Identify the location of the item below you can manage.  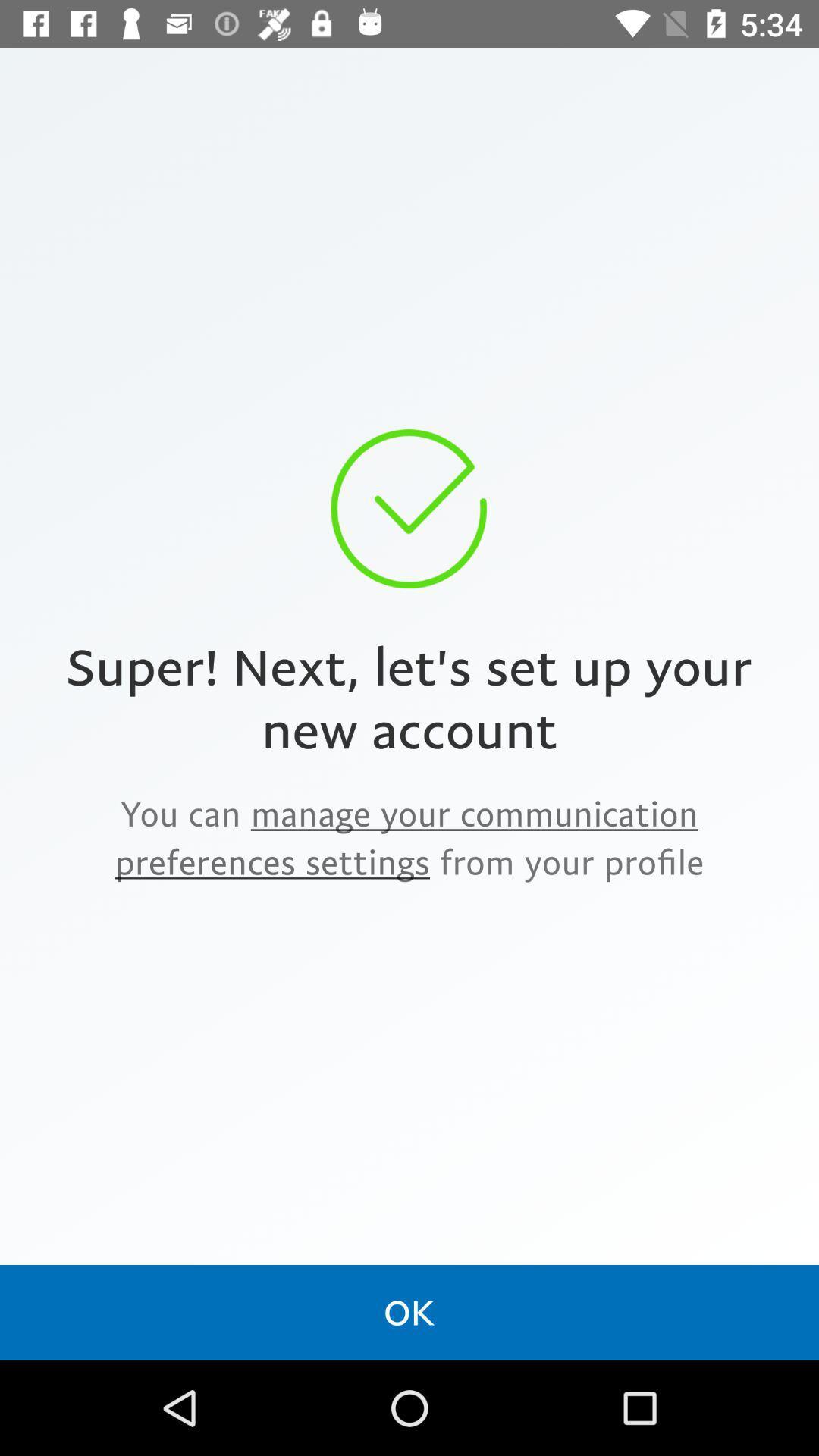
(409, 1312).